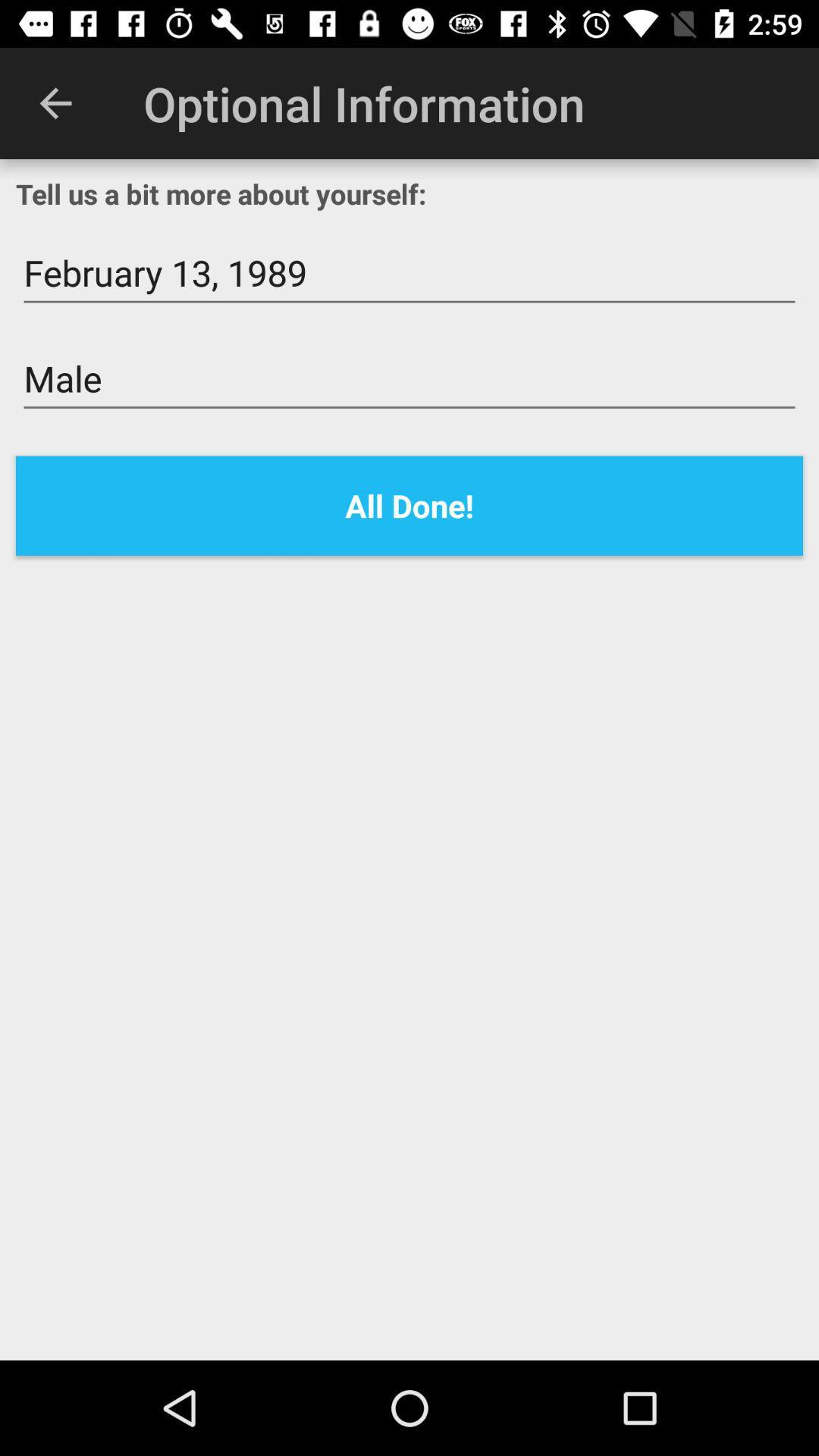 This screenshot has height=1456, width=819. What do you see at coordinates (409, 273) in the screenshot?
I see `the february 13, 1989 icon` at bounding box center [409, 273].